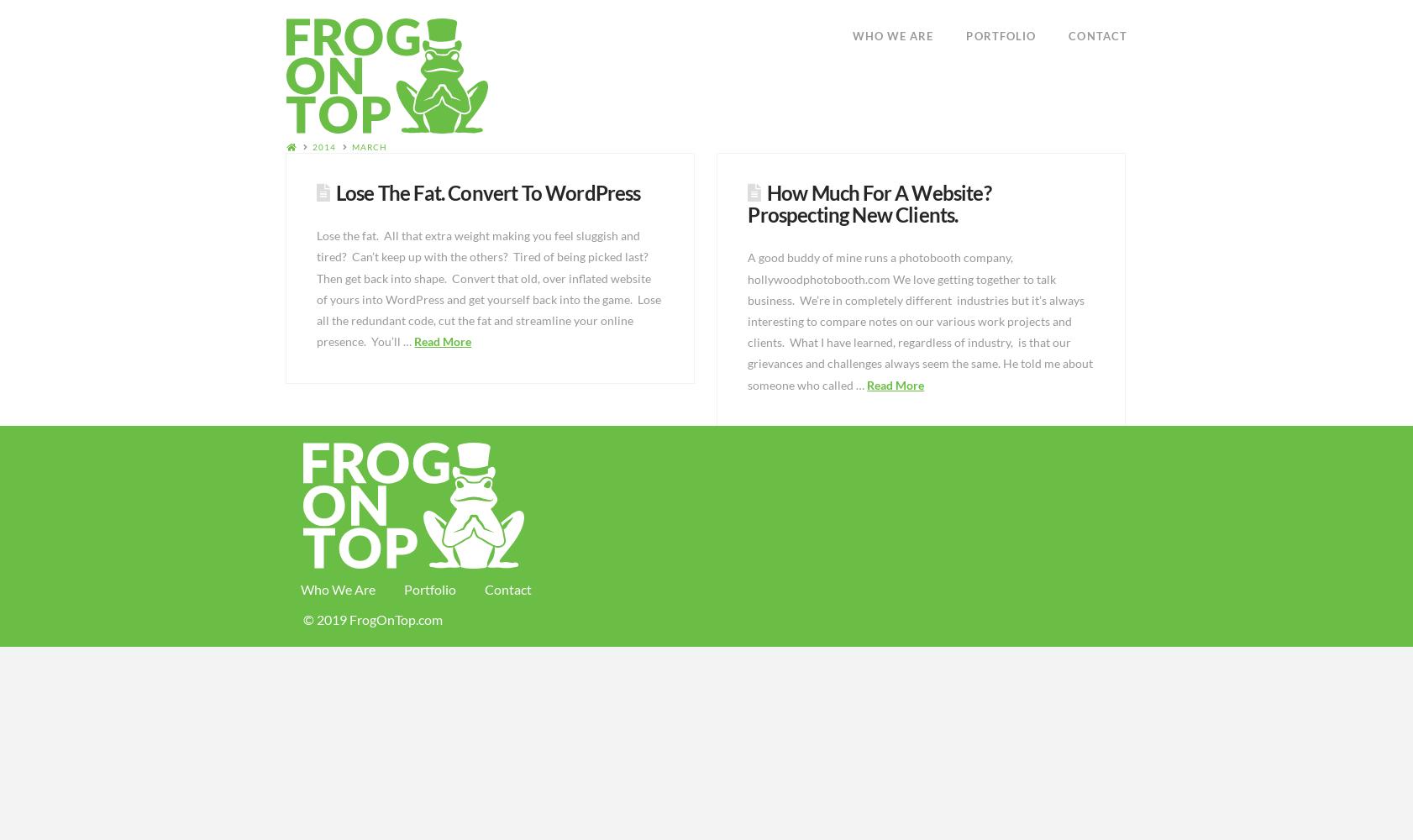 This screenshot has width=1413, height=840. I want to click on '2014', so click(323, 147).